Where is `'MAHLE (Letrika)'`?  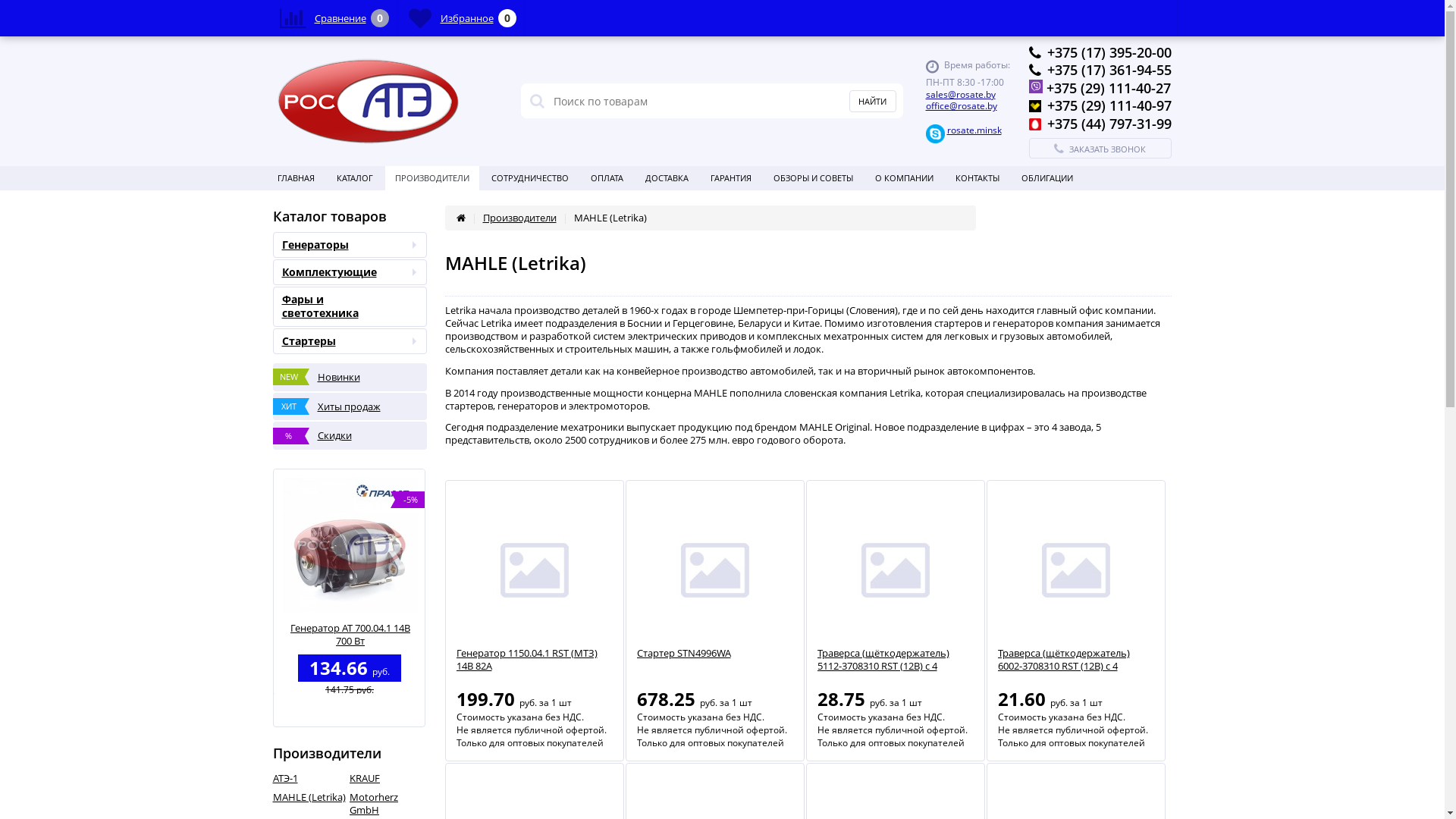
'MAHLE (Letrika)' is located at coordinates (273, 796).